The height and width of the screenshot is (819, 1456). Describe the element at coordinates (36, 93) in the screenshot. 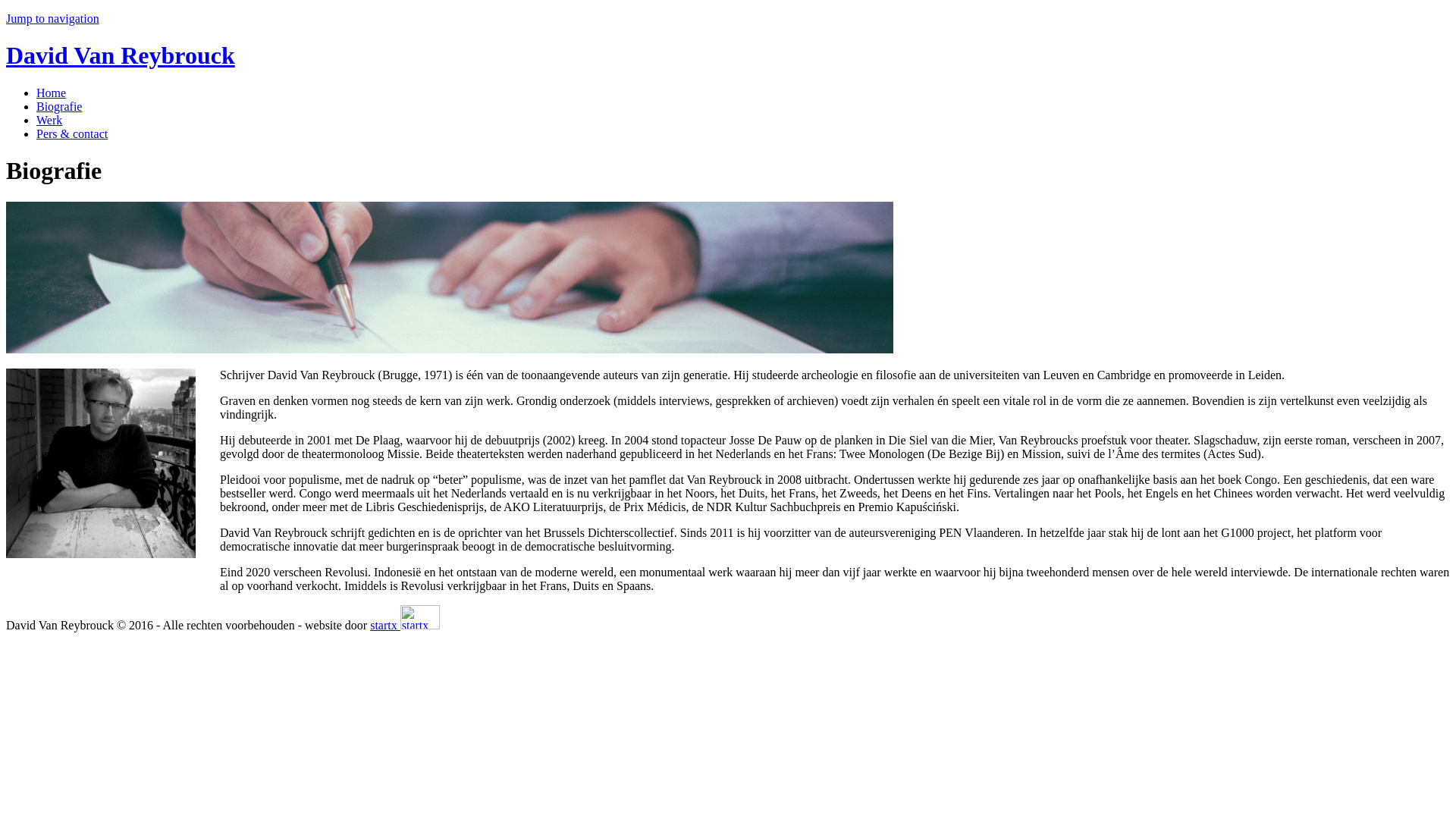

I see `'Home'` at that location.